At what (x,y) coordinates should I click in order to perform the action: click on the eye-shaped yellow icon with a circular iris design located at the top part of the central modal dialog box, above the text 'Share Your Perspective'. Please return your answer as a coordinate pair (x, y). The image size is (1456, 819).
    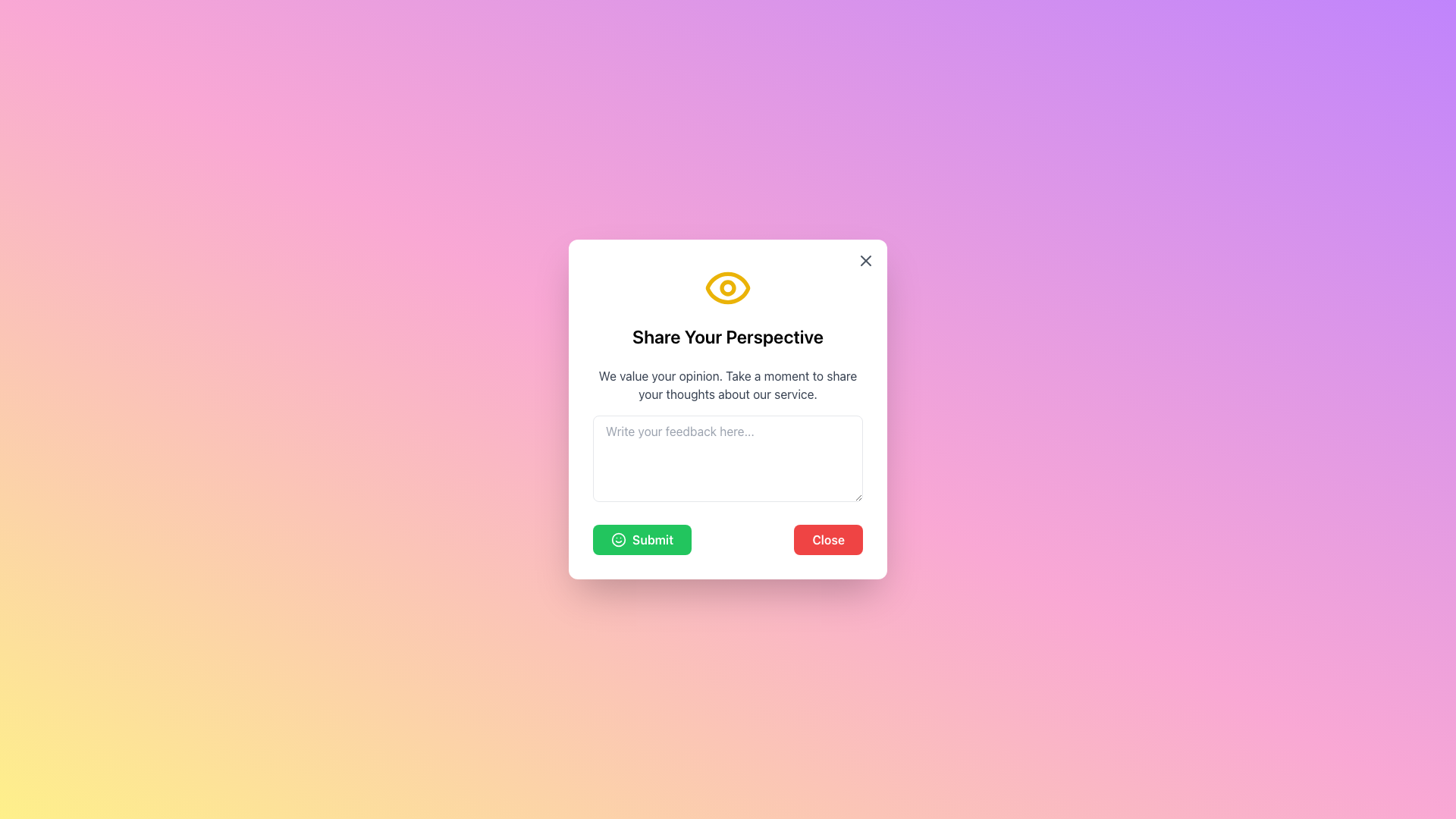
    Looking at the image, I should click on (728, 288).